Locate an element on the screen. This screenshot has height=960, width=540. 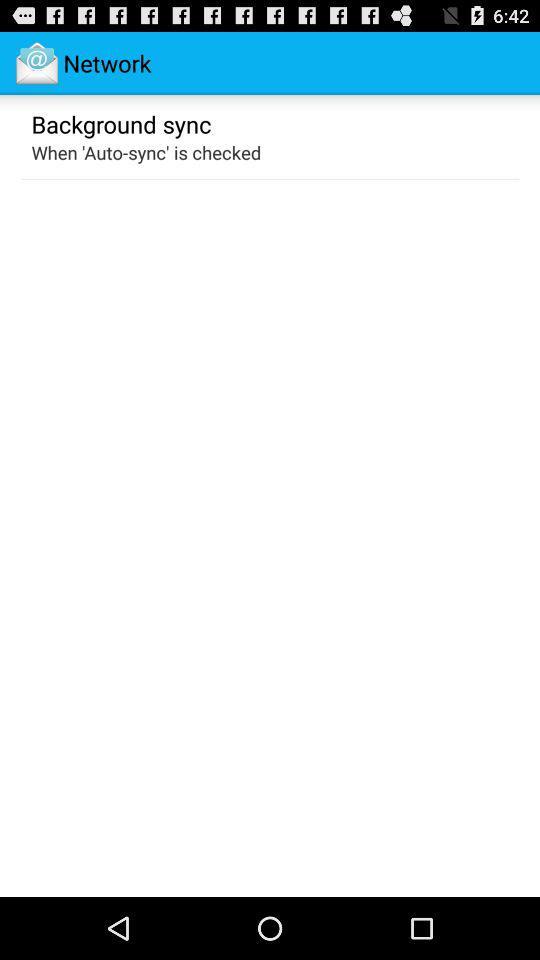
app below background sync item is located at coordinates (145, 151).